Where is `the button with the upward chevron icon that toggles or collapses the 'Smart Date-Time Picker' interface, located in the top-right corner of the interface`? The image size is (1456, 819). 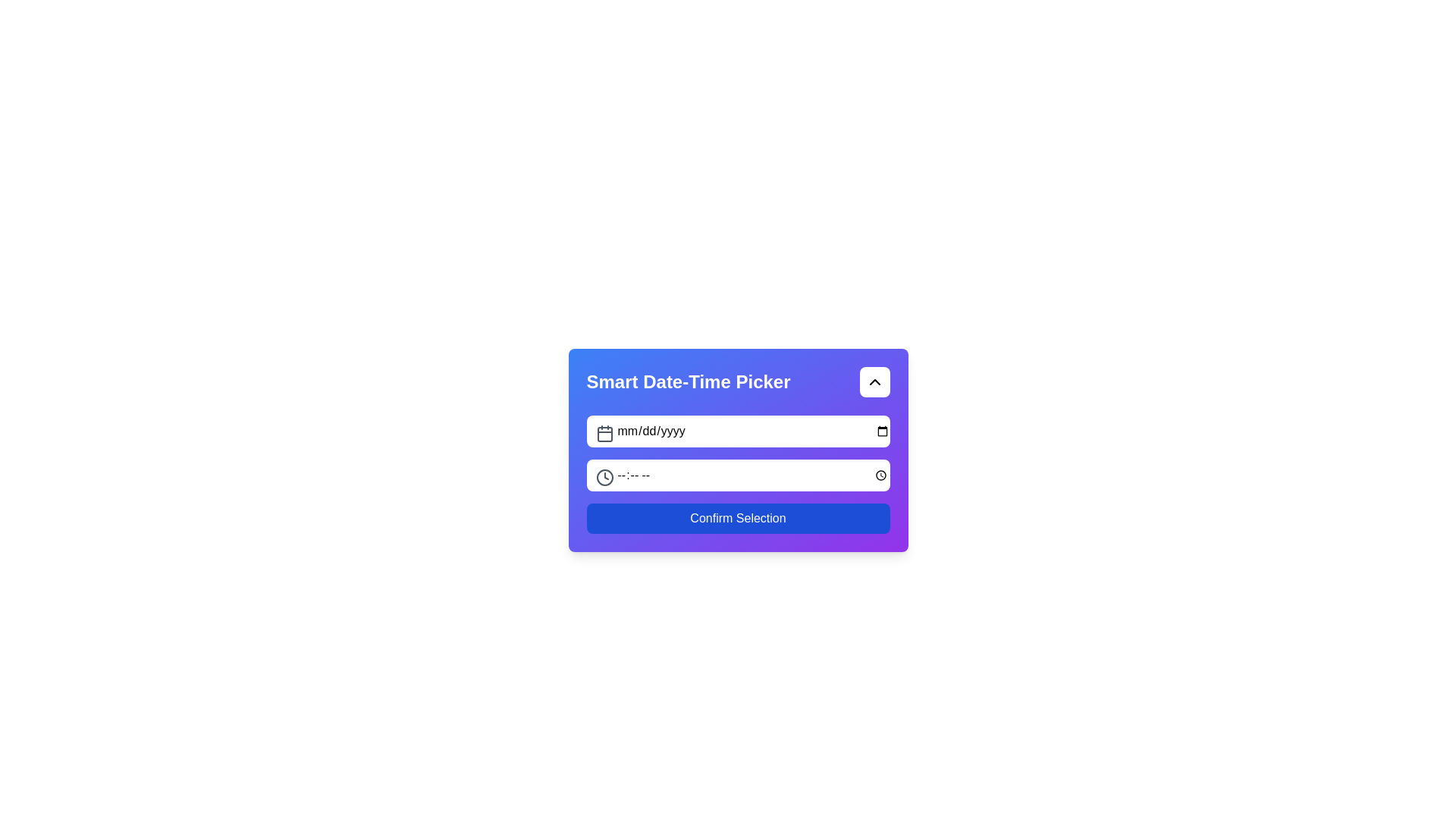
the button with the upward chevron icon that toggles or collapses the 'Smart Date-Time Picker' interface, located in the top-right corner of the interface is located at coordinates (874, 381).